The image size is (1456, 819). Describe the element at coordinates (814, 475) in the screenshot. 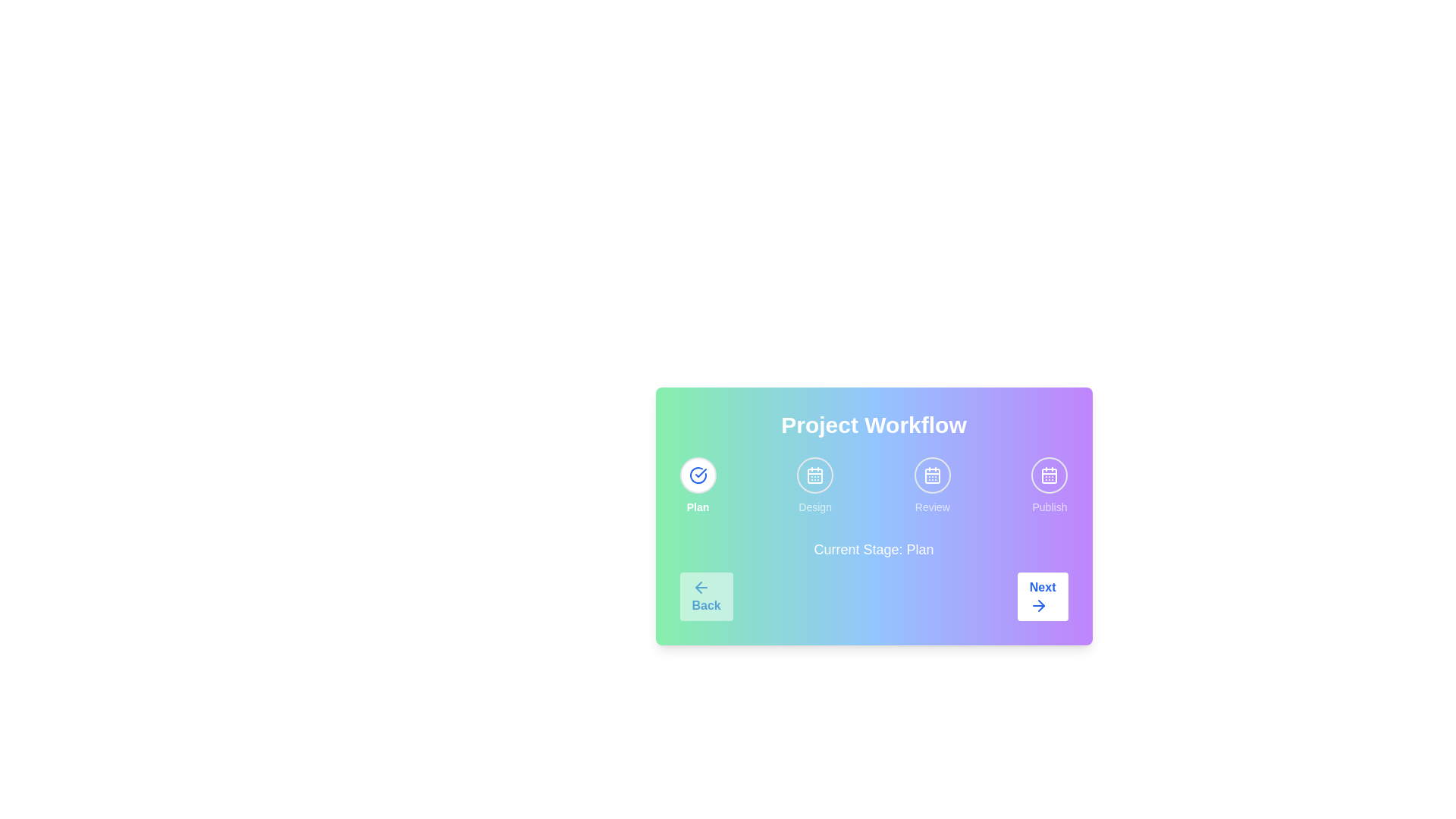

I see `the stage indicator corresponding to Design` at that location.